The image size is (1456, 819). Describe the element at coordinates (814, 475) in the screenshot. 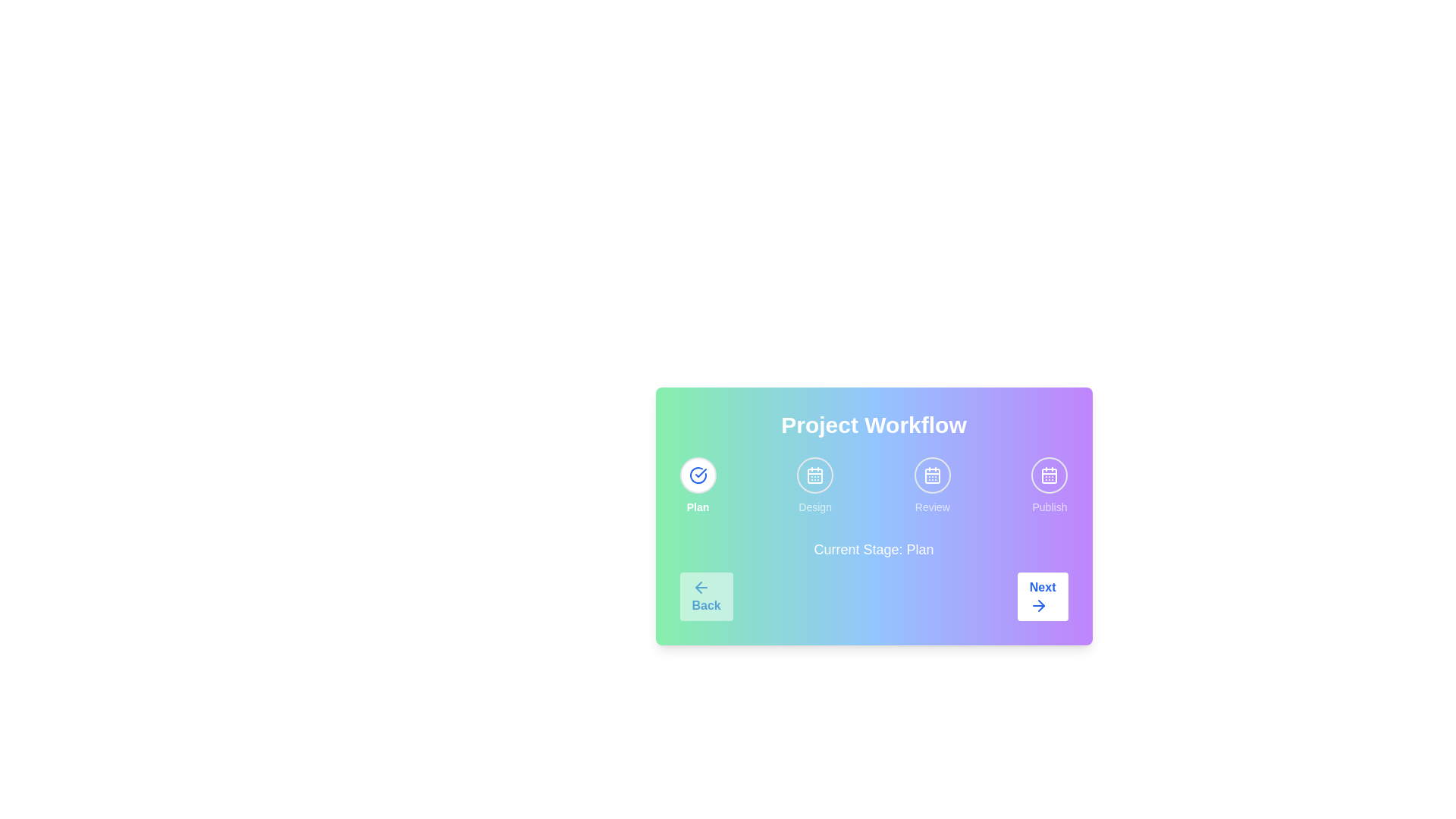

I see `the stage indicator corresponding to Design` at that location.